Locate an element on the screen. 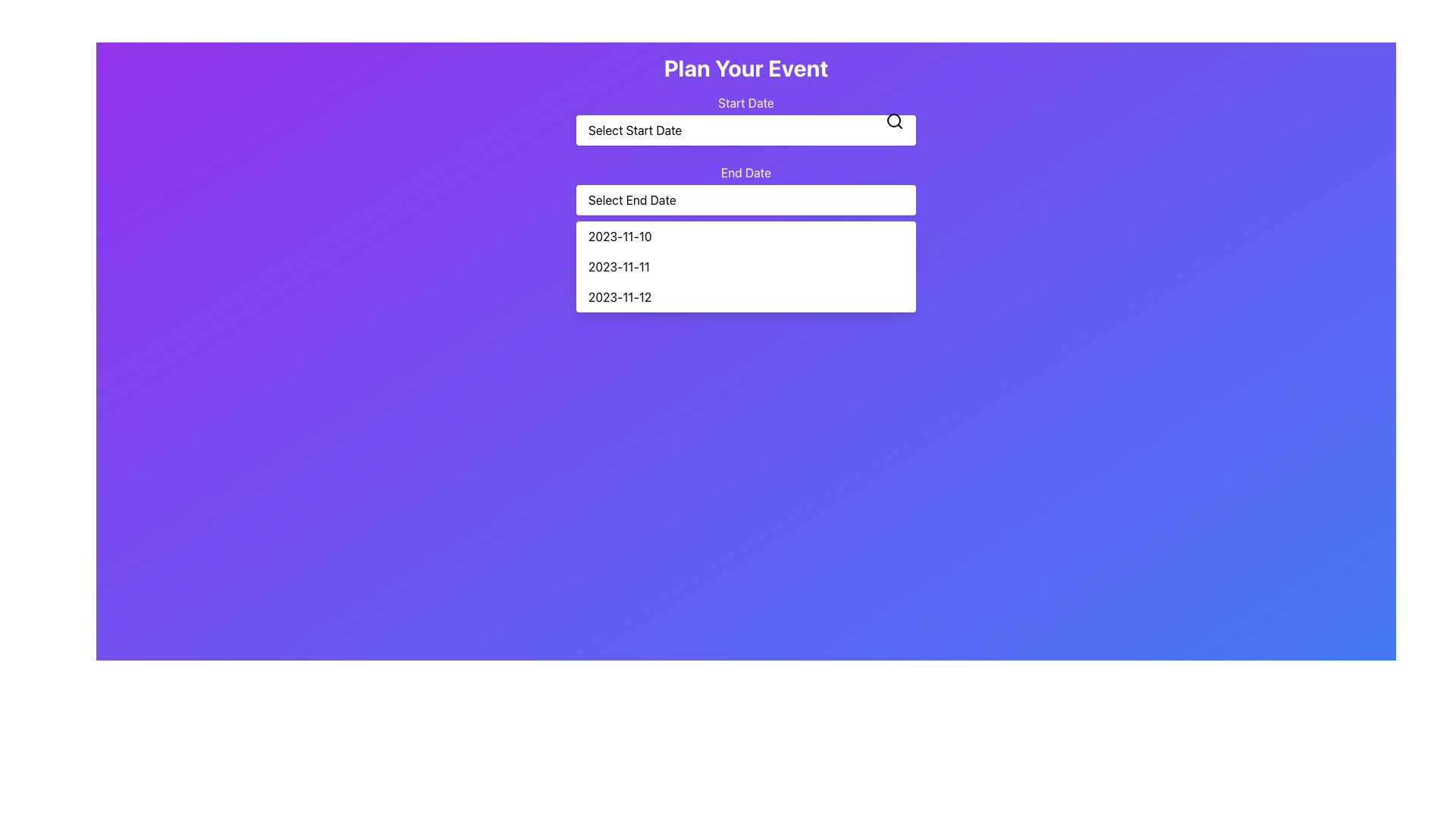 Image resolution: width=1456 pixels, height=819 pixels. the 'Start Date' dropdown menu located below the heading to modify or confirm the date selection is located at coordinates (745, 119).